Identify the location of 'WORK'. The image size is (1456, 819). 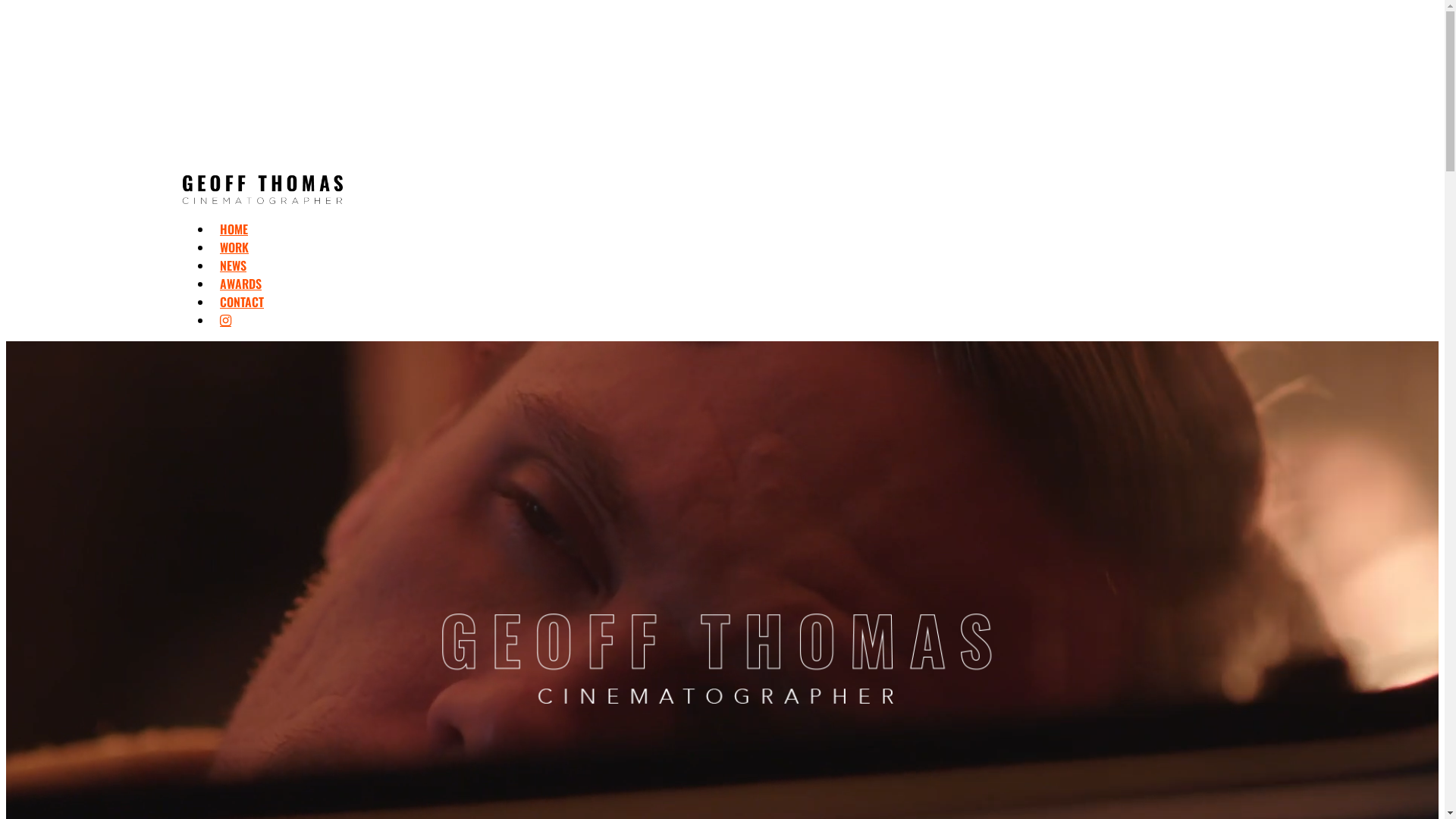
(233, 246).